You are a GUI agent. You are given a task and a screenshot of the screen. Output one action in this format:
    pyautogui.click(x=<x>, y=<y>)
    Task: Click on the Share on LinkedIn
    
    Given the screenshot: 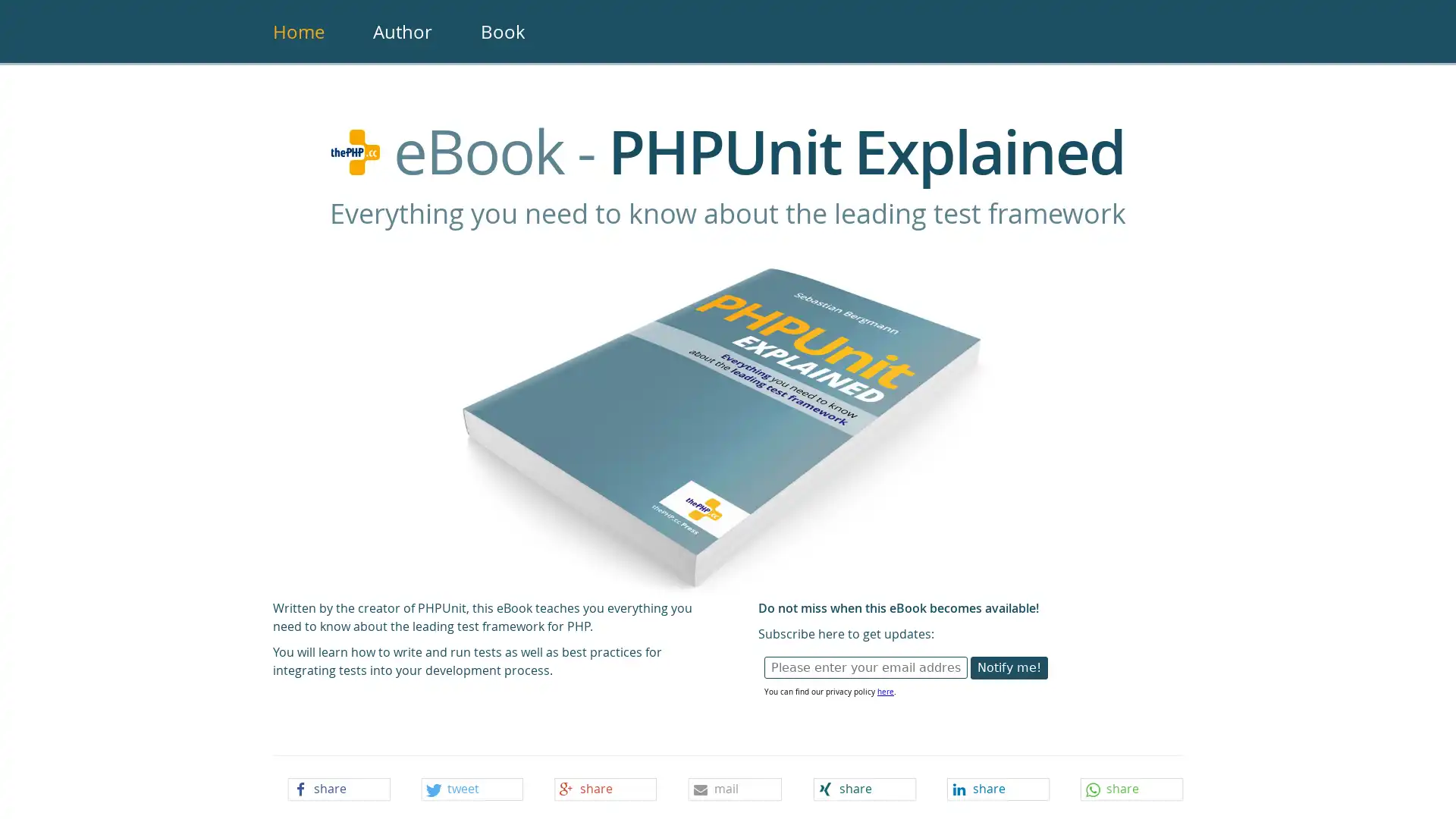 What is the action you would take?
    pyautogui.click(x=997, y=789)
    